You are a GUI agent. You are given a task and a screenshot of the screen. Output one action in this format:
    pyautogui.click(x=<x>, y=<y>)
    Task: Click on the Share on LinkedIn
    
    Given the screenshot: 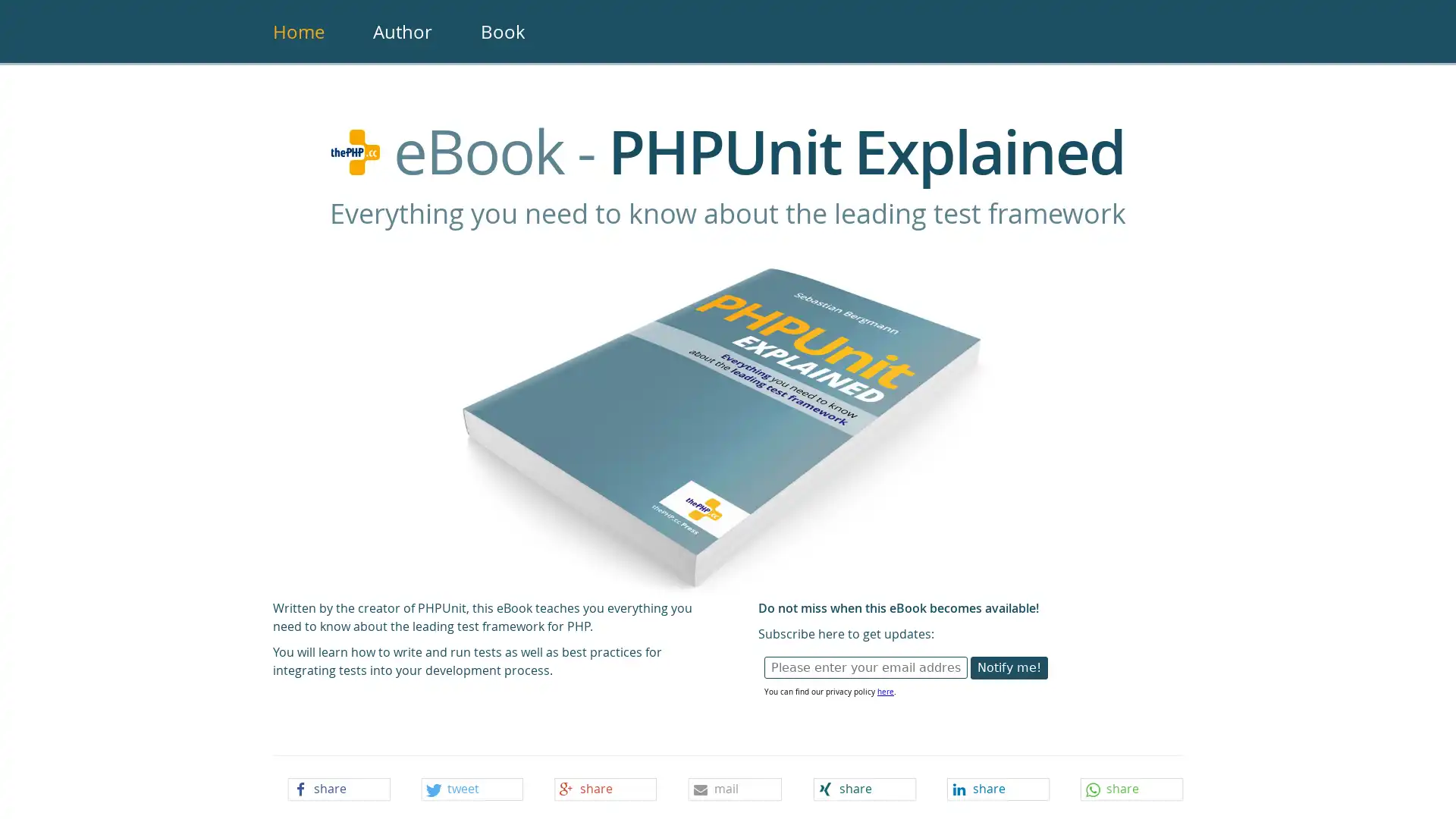 What is the action you would take?
    pyautogui.click(x=997, y=789)
    